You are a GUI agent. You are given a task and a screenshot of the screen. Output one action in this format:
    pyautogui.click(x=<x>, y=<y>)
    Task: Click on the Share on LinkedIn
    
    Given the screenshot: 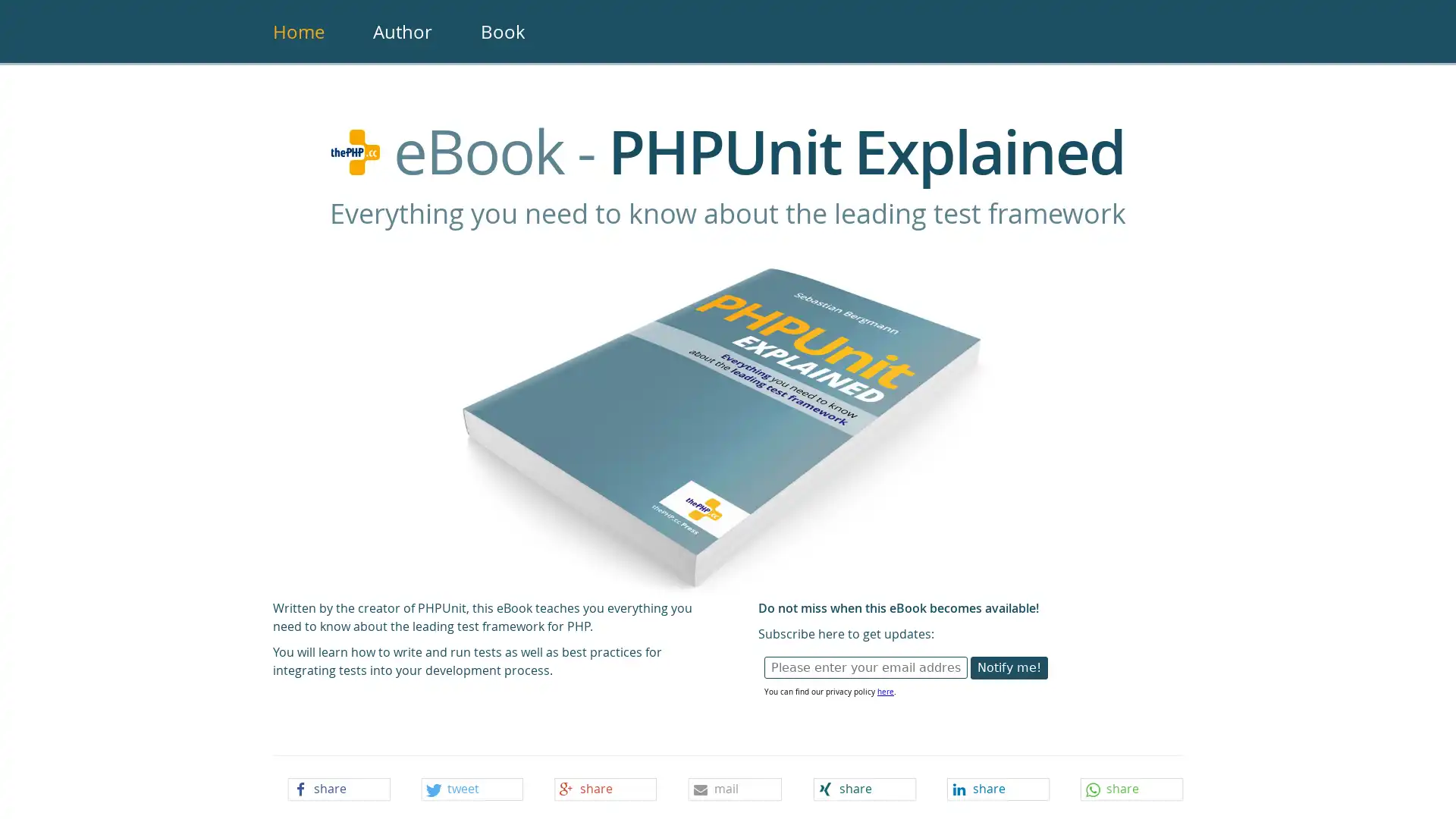 What is the action you would take?
    pyautogui.click(x=997, y=789)
    